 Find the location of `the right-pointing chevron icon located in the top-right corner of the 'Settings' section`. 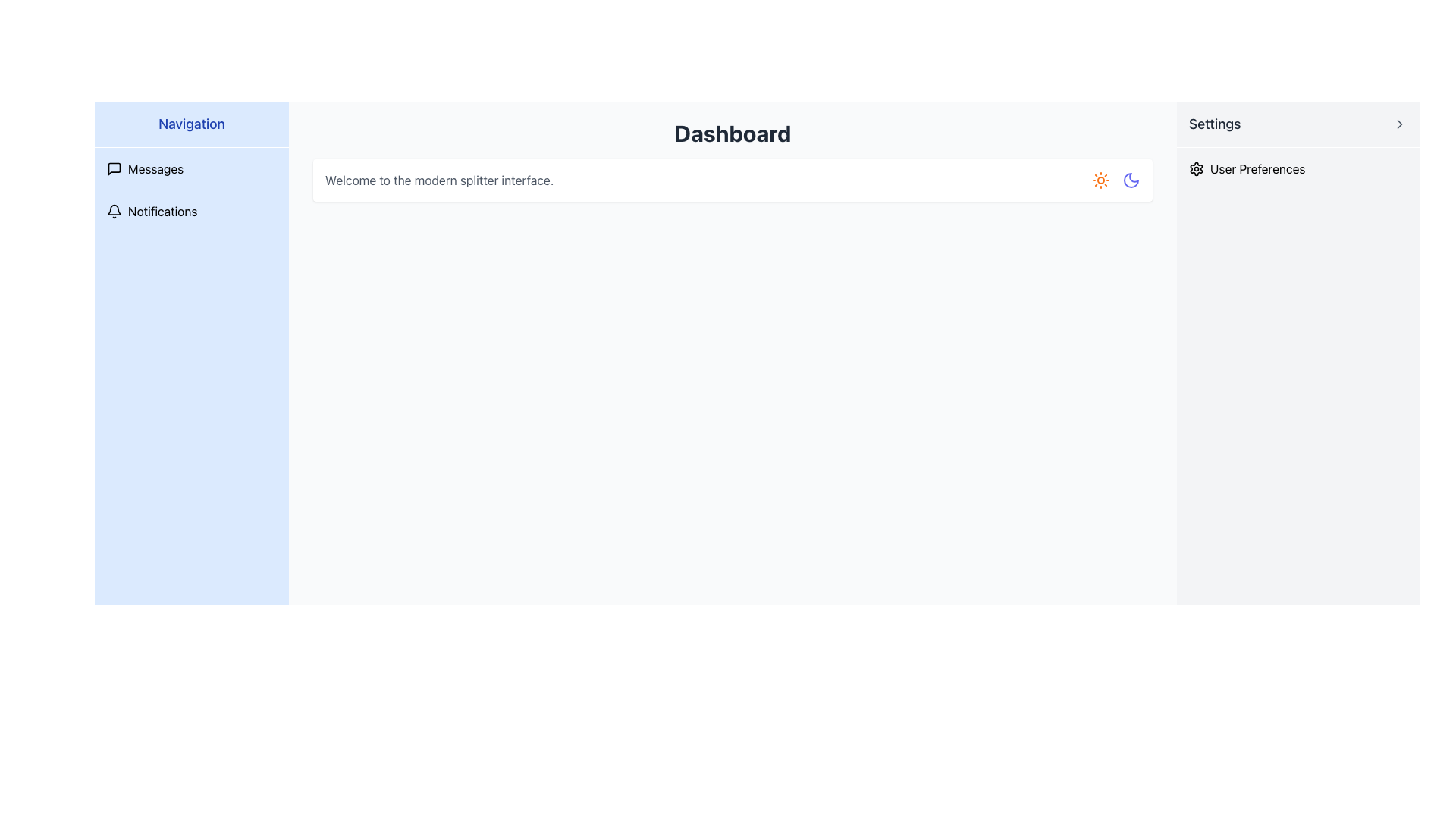

the right-pointing chevron icon located in the top-right corner of the 'Settings' section is located at coordinates (1399, 124).